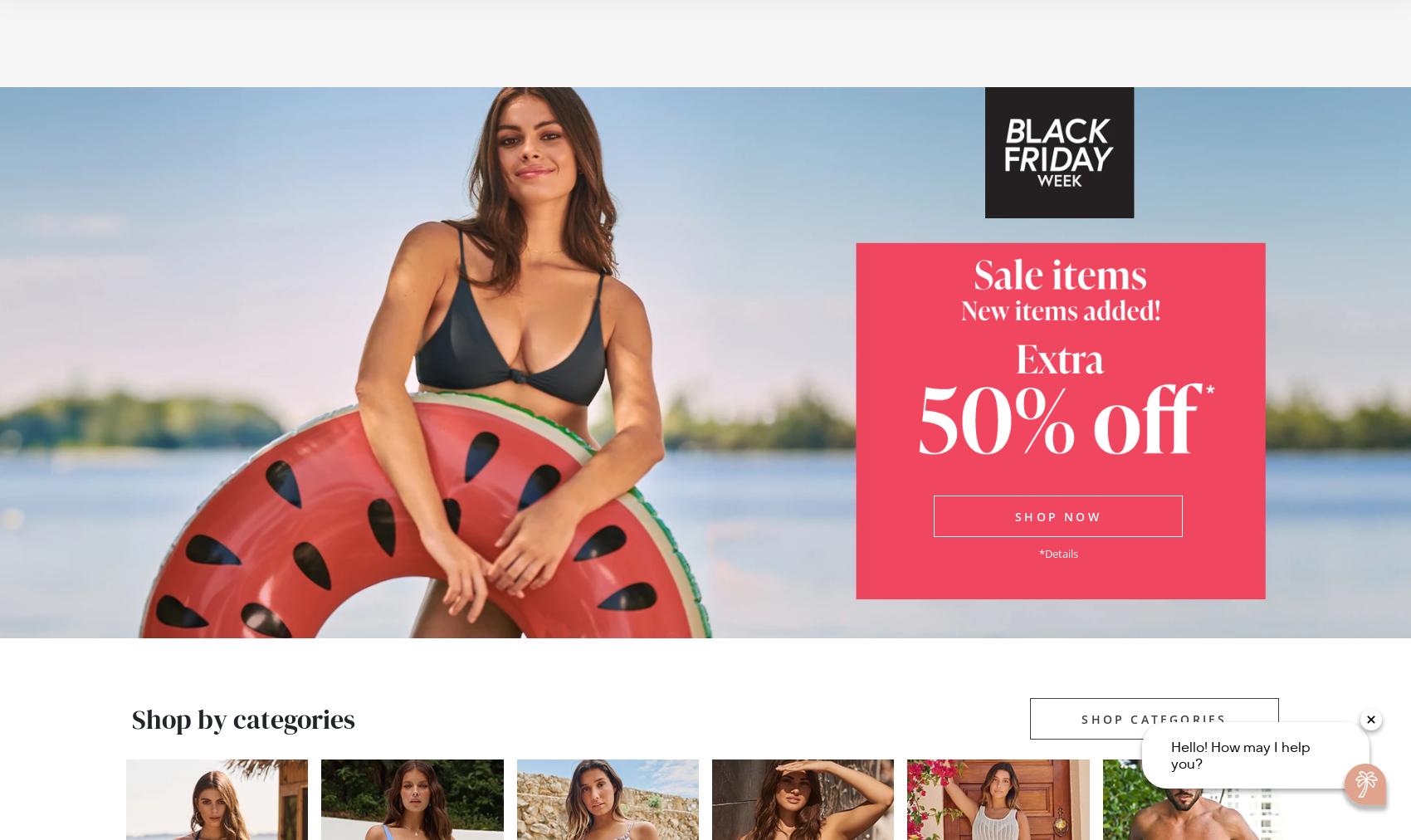  What do you see at coordinates (270, 61) in the screenshot?
I see `'Women'` at bounding box center [270, 61].